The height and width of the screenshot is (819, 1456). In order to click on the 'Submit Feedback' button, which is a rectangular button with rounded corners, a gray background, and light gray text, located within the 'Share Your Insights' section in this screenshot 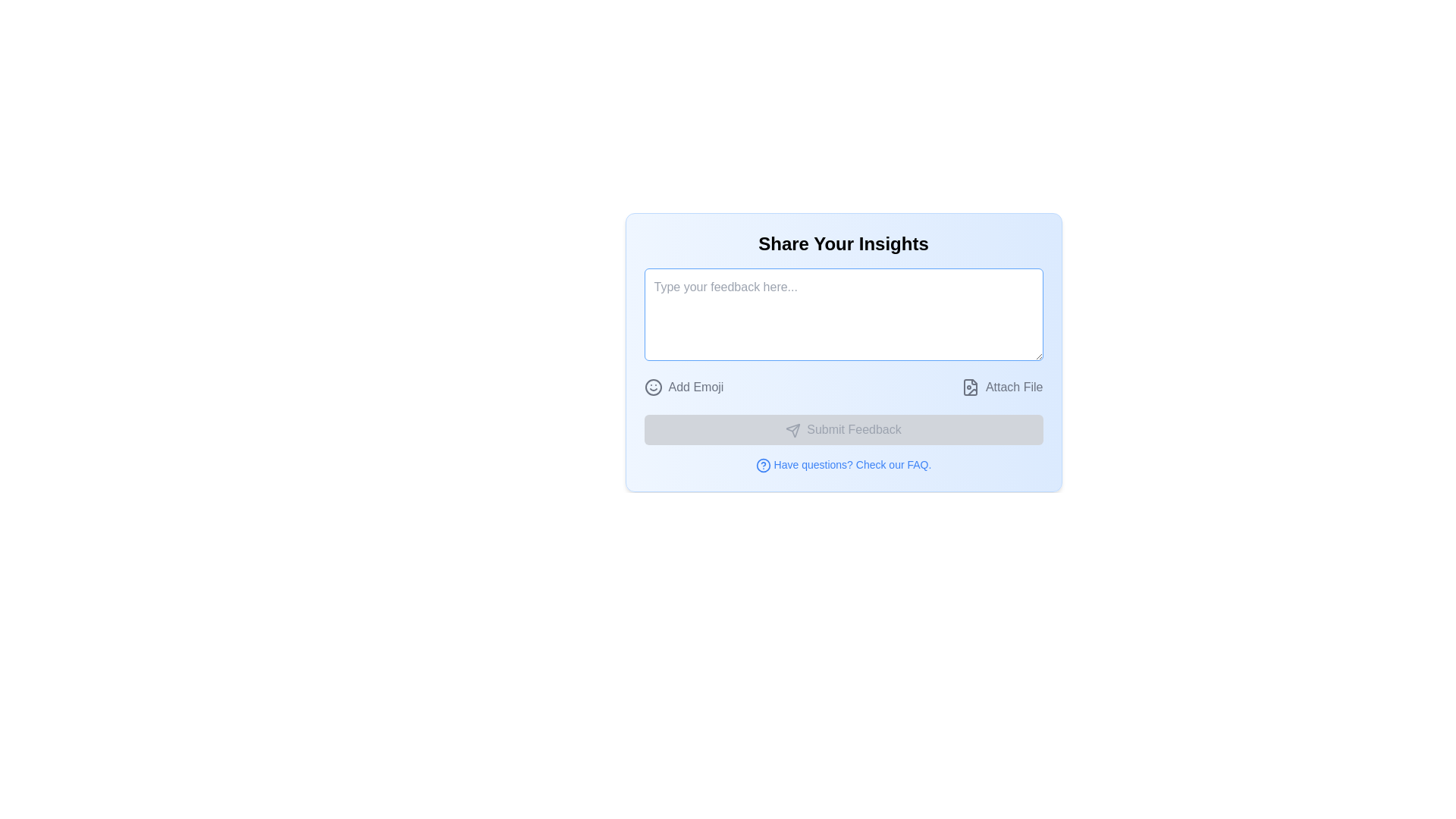, I will do `click(843, 430)`.